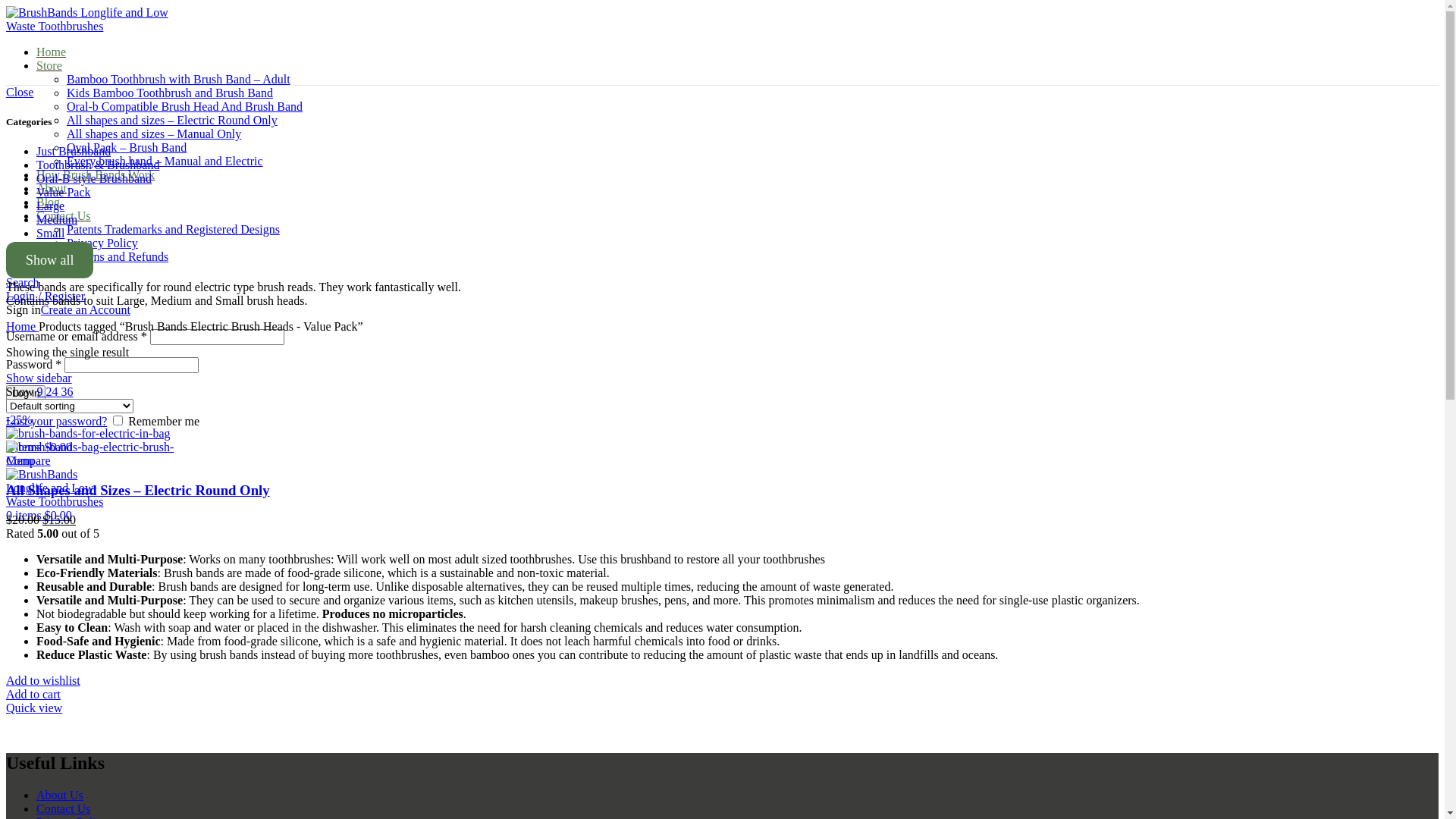 Image resolution: width=1456 pixels, height=819 pixels. What do you see at coordinates (36, 794) in the screenshot?
I see `'About Us'` at bounding box center [36, 794].